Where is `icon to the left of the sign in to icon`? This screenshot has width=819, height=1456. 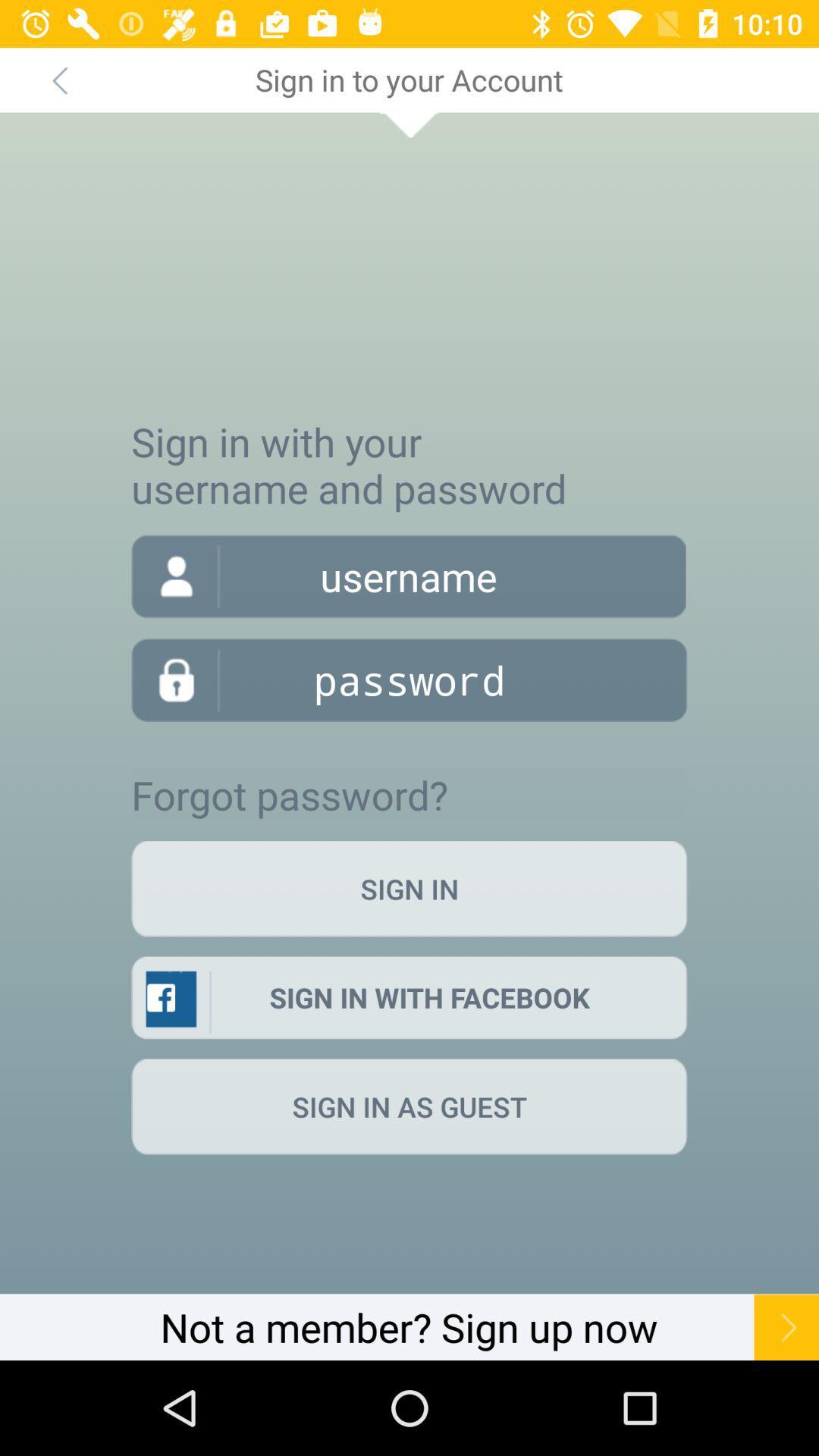 icon to the left of the sign in to icon is located at coordinates (58, 79).